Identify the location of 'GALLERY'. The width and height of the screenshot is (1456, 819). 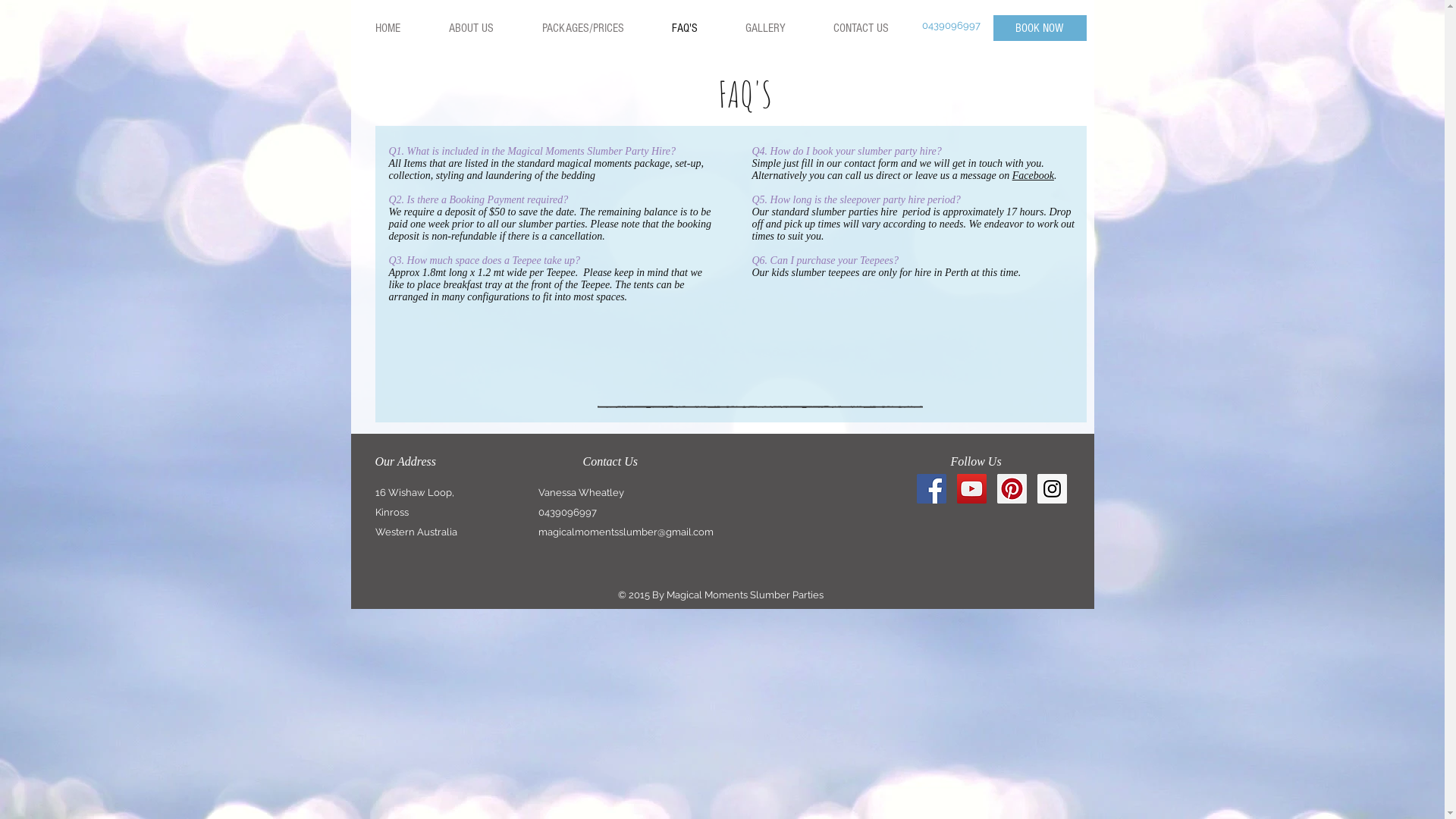
(720, 28).